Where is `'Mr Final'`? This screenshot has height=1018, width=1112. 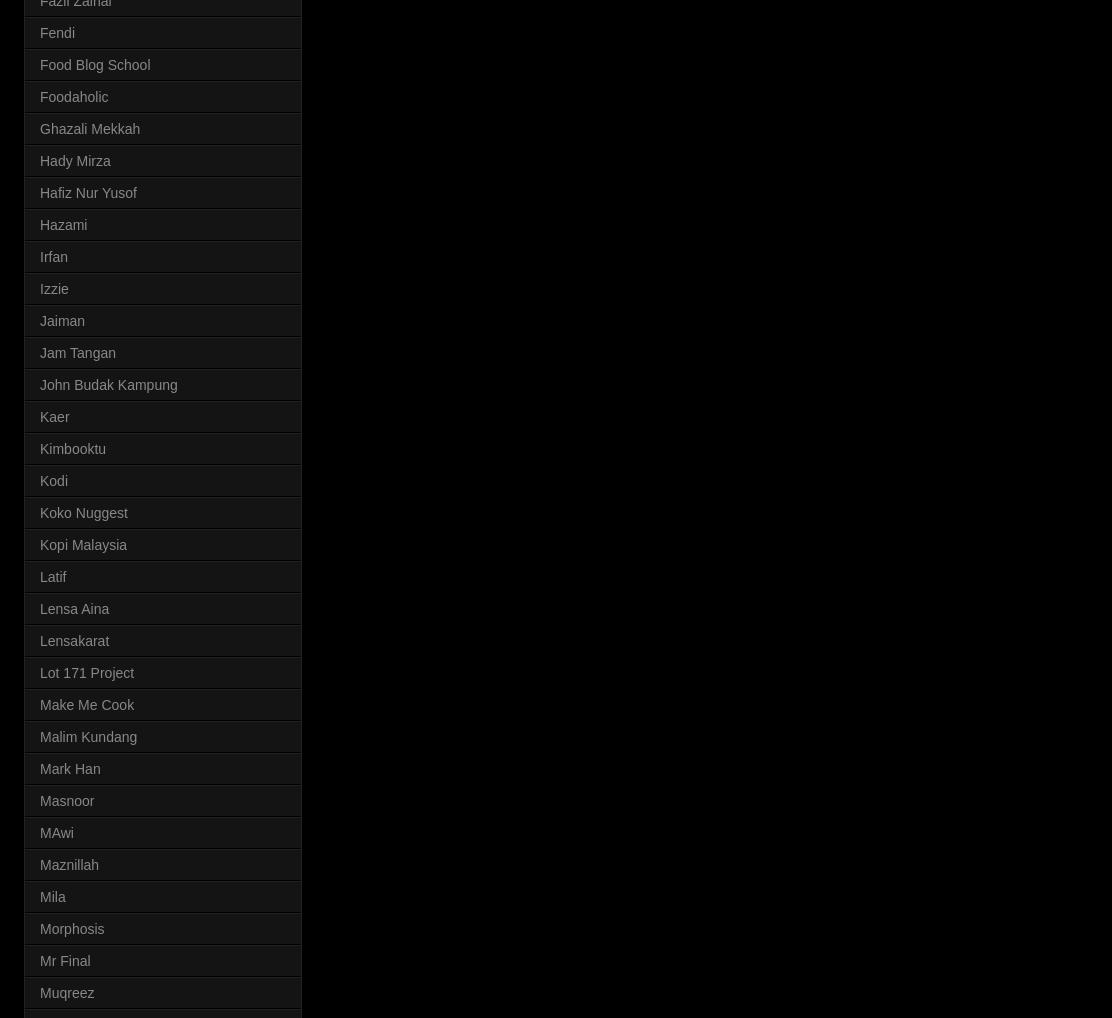 'Mr Final' is located at coordinates (65, 958).